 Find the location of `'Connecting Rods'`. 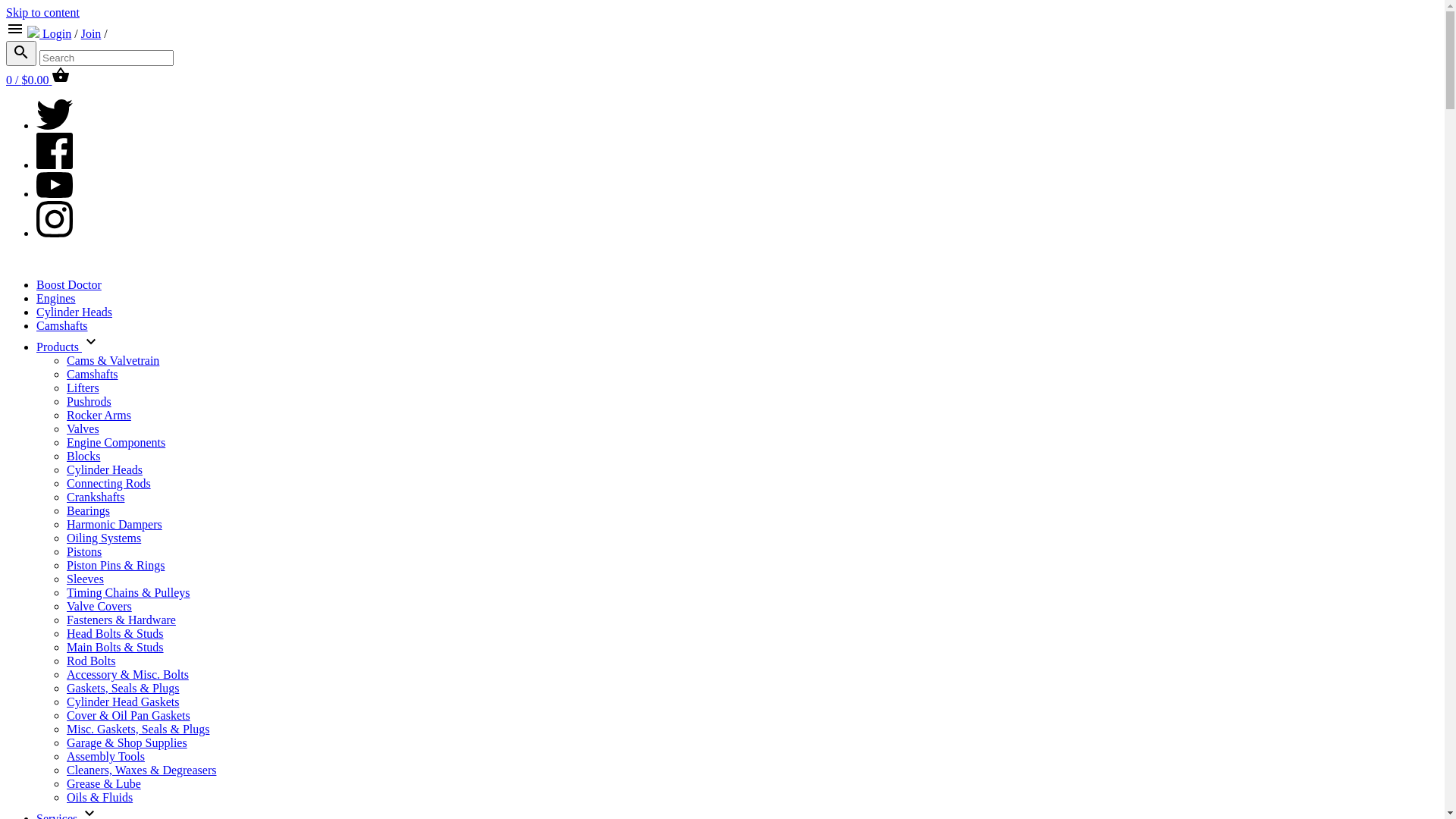

'Connecting Rods' is located at coordinates (108, 483).